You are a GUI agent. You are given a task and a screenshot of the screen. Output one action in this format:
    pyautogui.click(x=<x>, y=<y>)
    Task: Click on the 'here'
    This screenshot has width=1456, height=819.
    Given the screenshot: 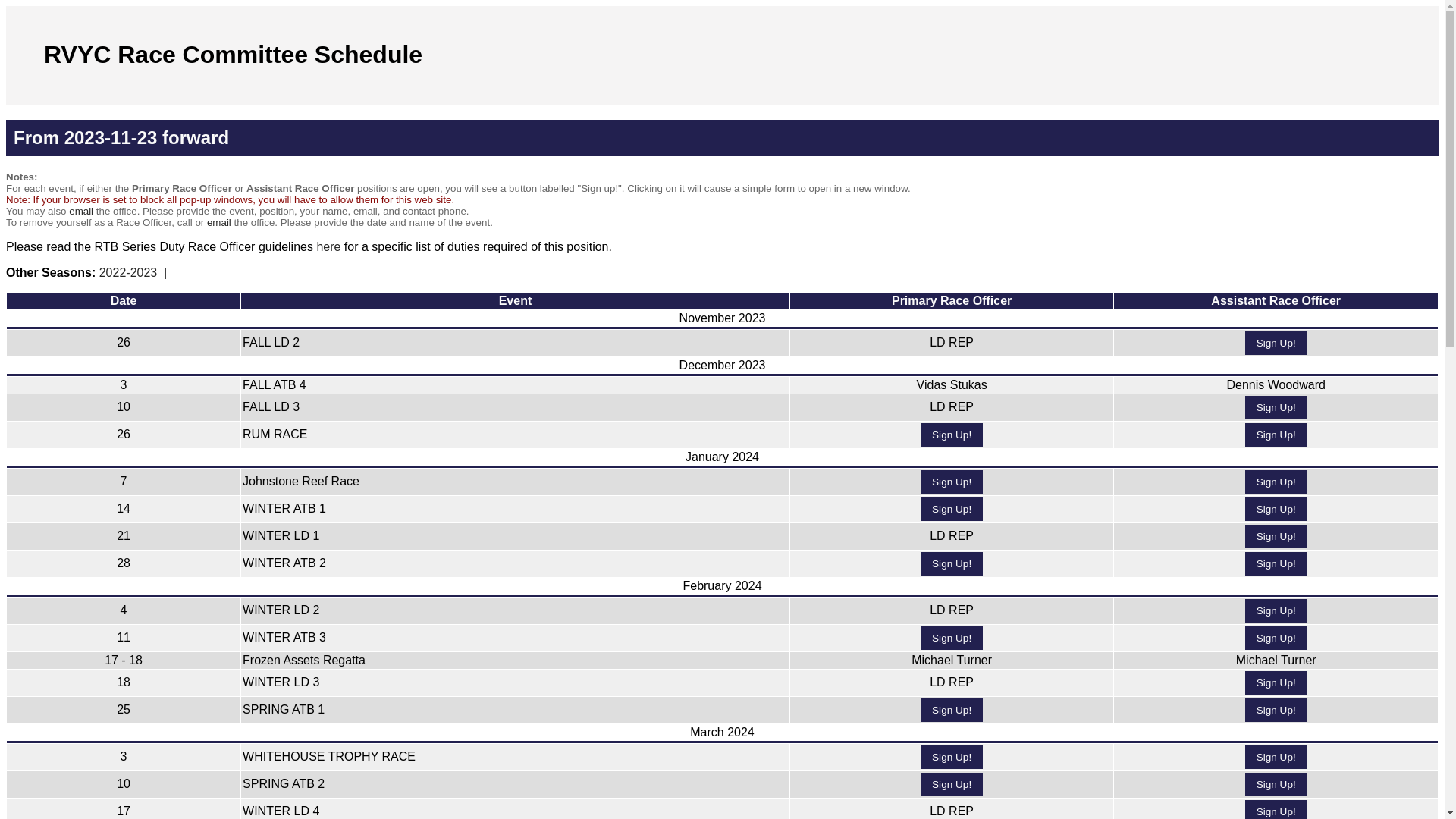 What is the action you would take?
    pyautogui.click(x=315, y=246)
    